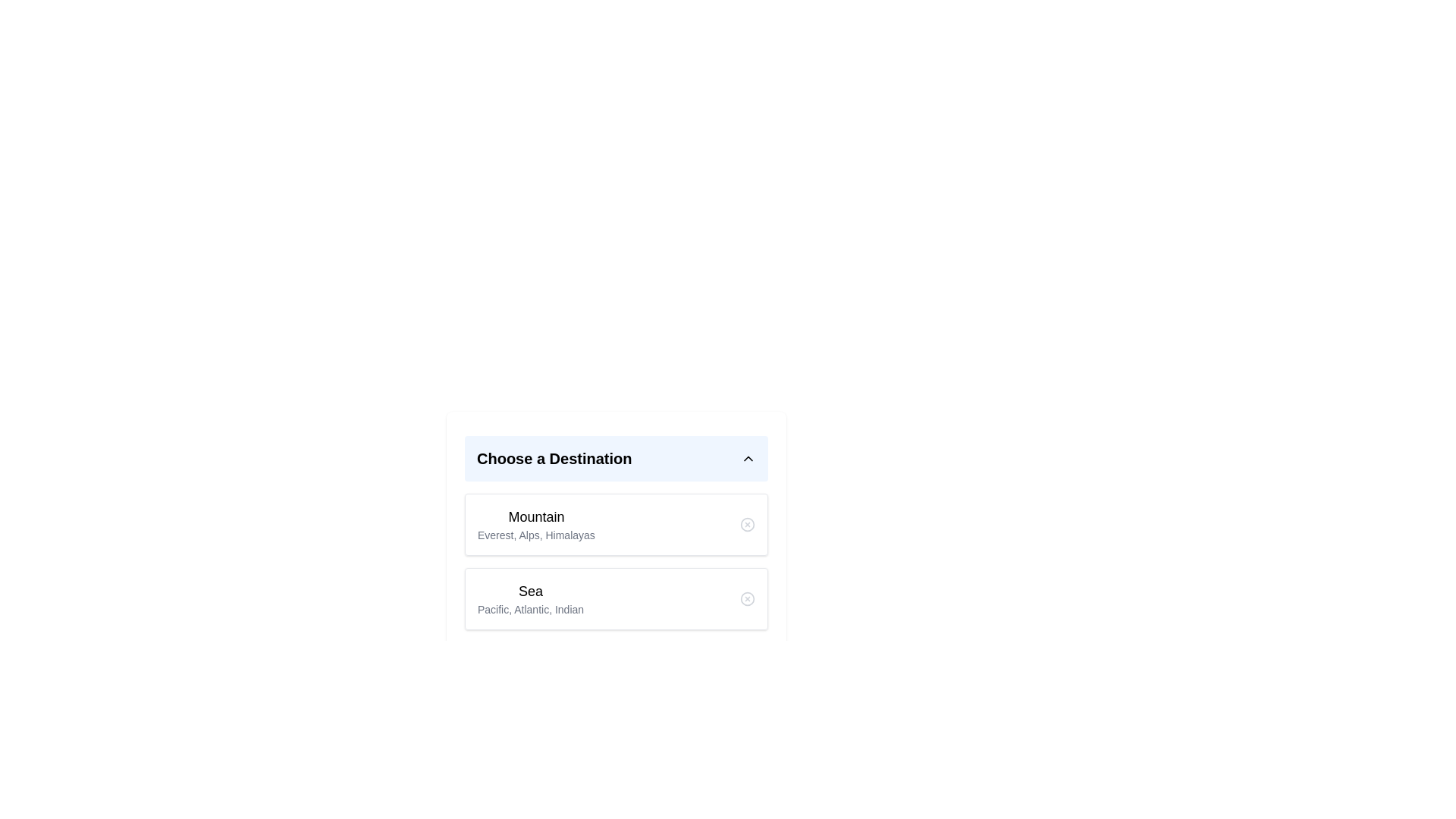  What do you see at coordinates (747, 523) in the screenshot?
I see `the close icon button, which is a small circle with a cross inside, located in the top-right corner of the list item containing 'MountainEverest, Alps, Himalayas'` at bounding box center [747, 523].